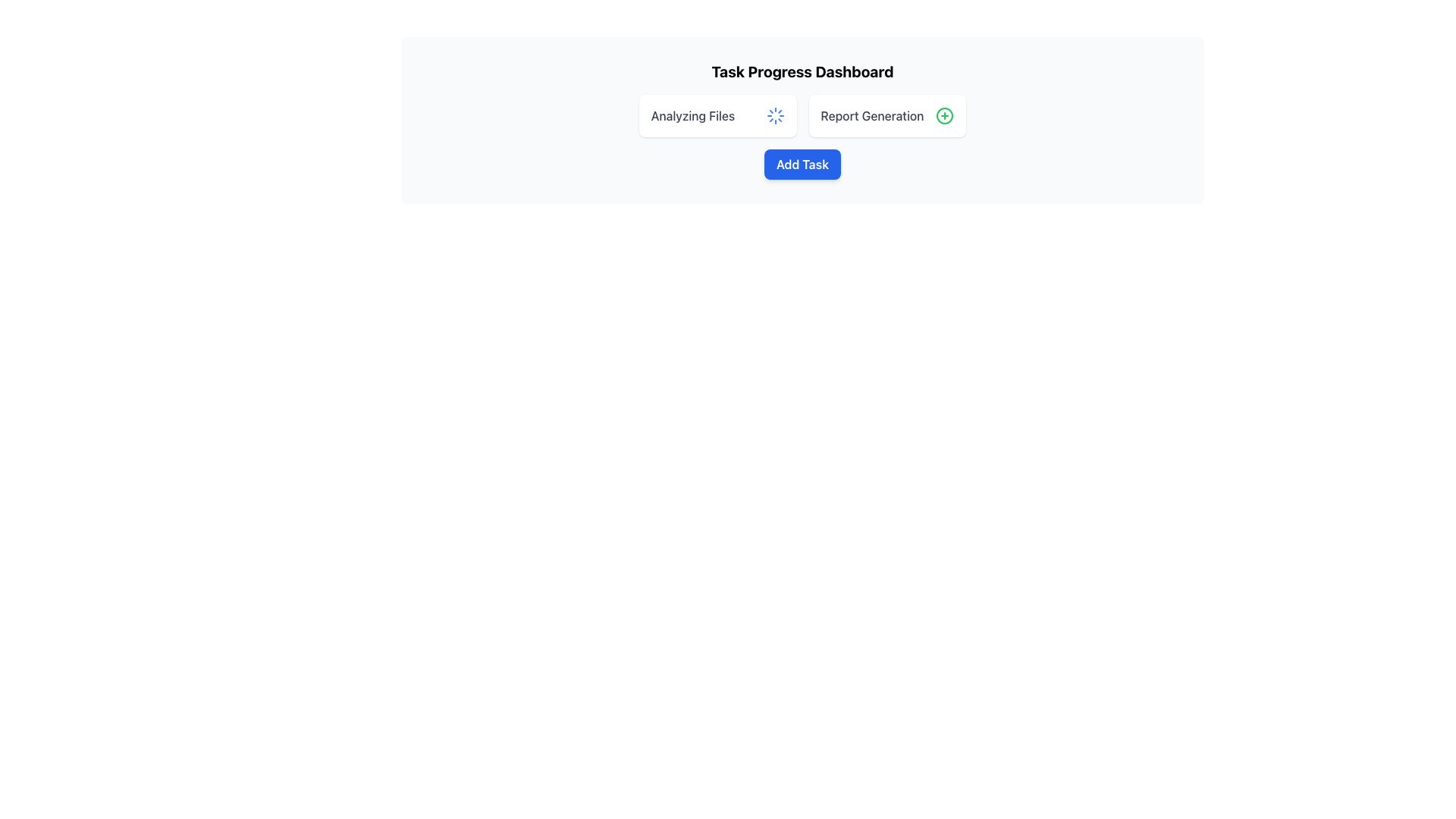 The height and width of the screenshot is (819, 1456). What do you see at coordinates (801, 164) in the screenshot?
I see `the 'Add Task' button, which is a rectangular button with rounded corners, blue background, and white bold text, located below the 'Analyzing Files' and 'Report Generation' sections` at bounding box center [801, 164].